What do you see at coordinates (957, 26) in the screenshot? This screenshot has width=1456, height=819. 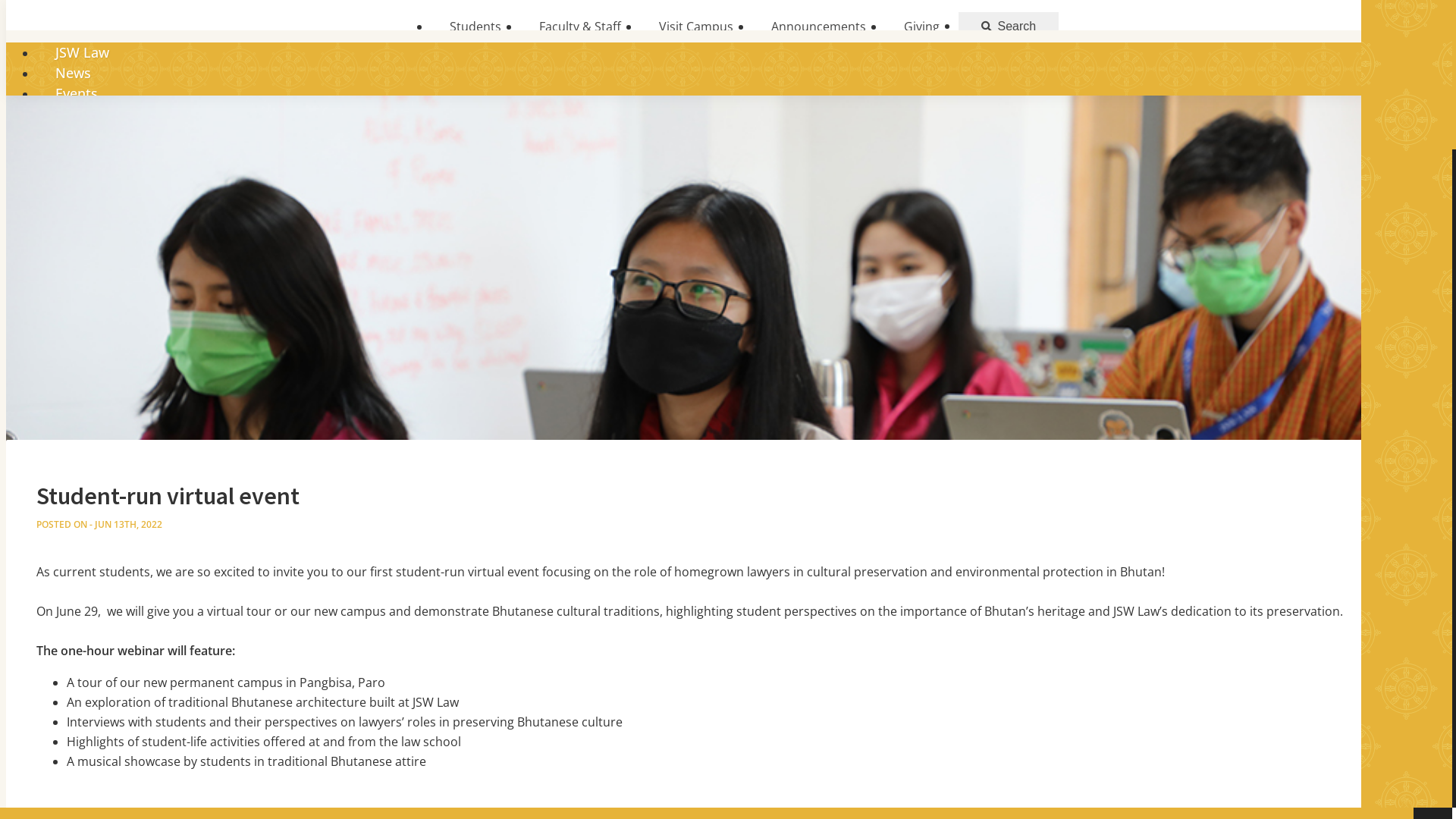 I see `'Search'` at bounding box center [957, 26].